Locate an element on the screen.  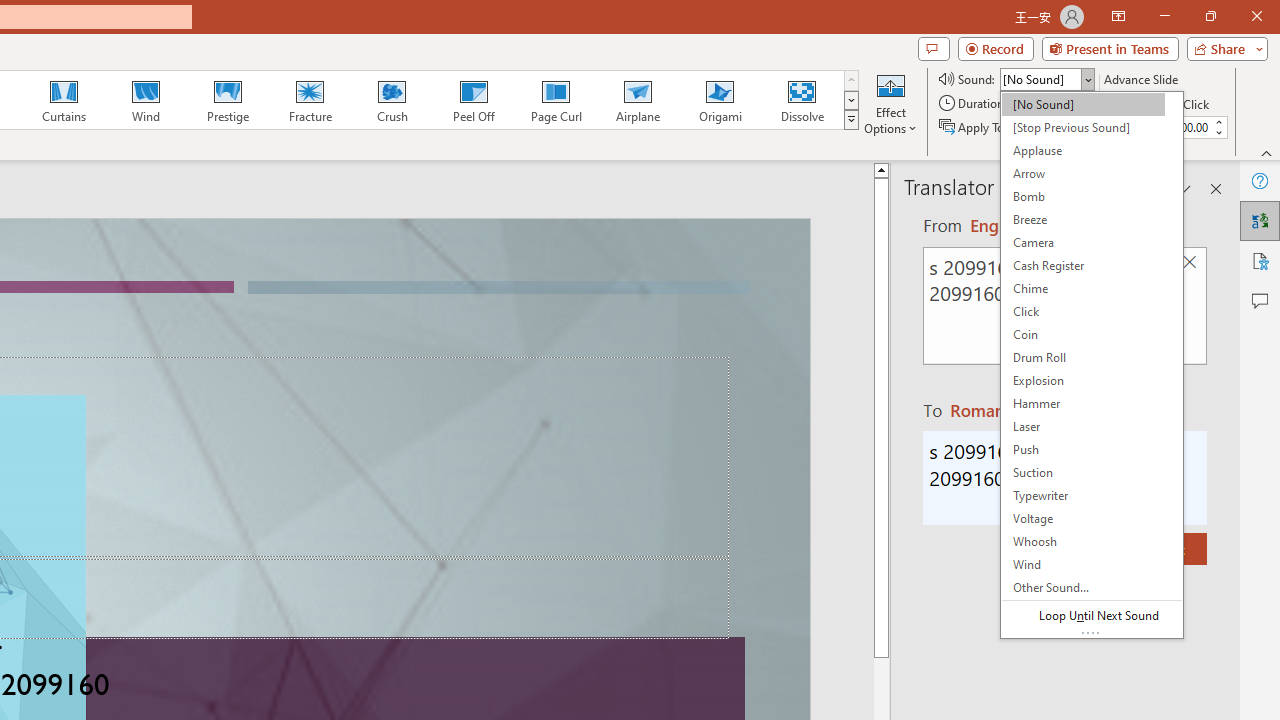
'Curtains' is located at coordinates (64, 100).